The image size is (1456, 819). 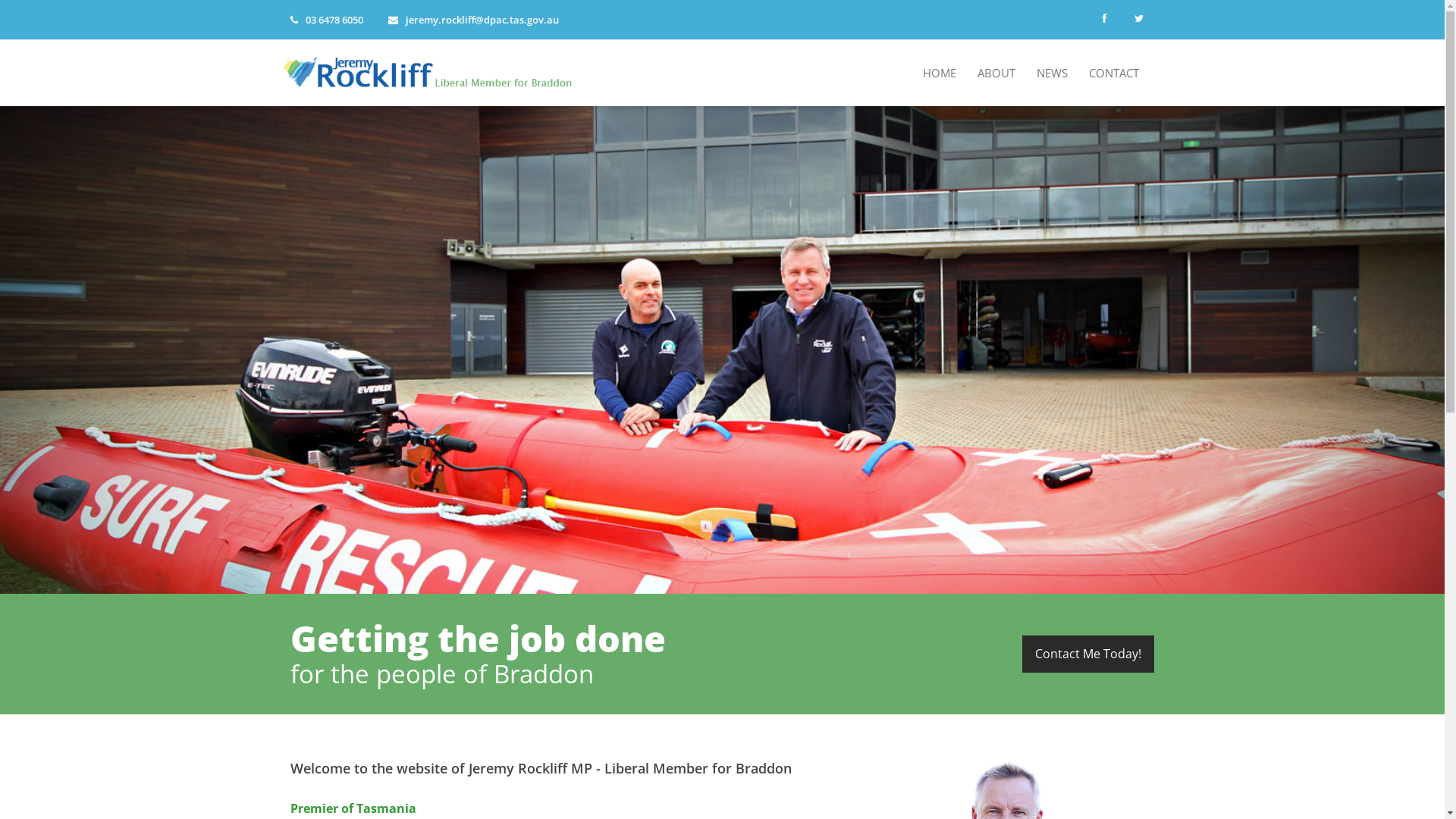 What do you see at coordinates (1087, 653) in the screenshot?
I see `'Contact Me Today!'` at bounding box center [1087, 653].